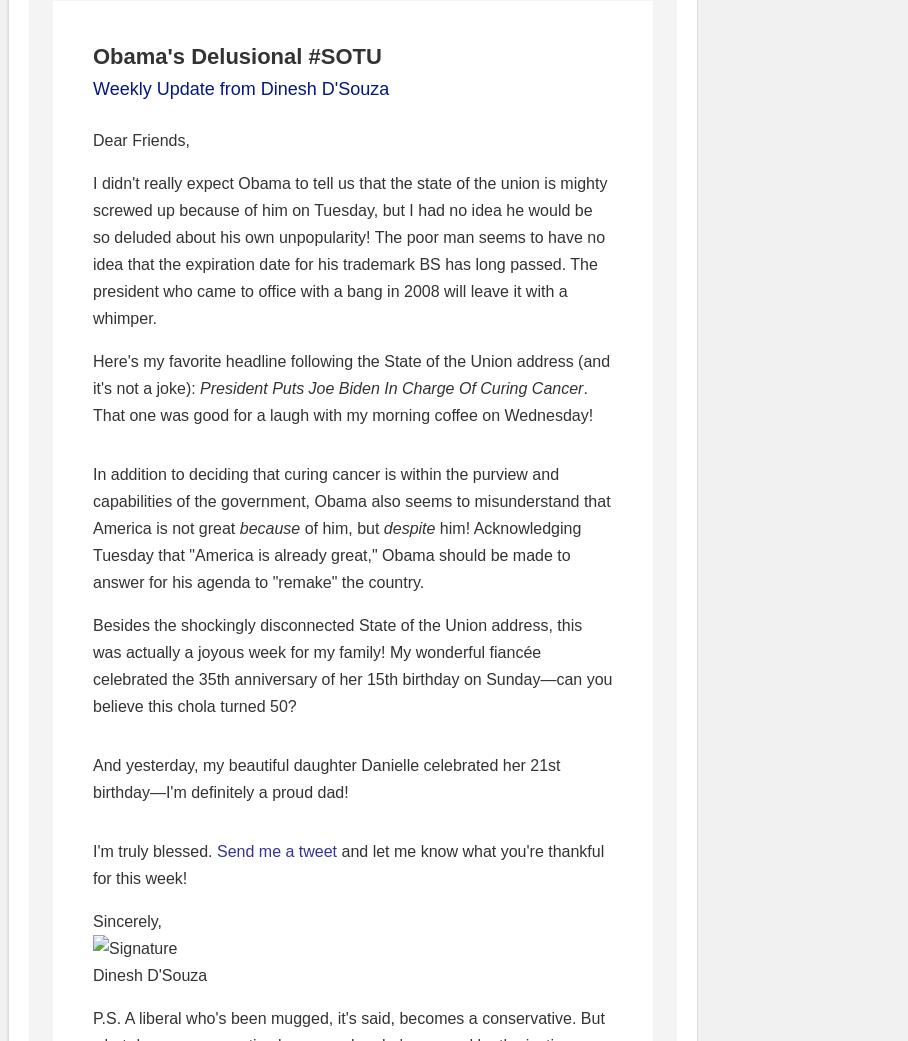 This screenshot has height=1041, width=908. I want to click on 'him! Acknowledging Tuesday that "America is already great," Obama should be made to answer for his agenda to "remake" the country.', so click(91, 555).